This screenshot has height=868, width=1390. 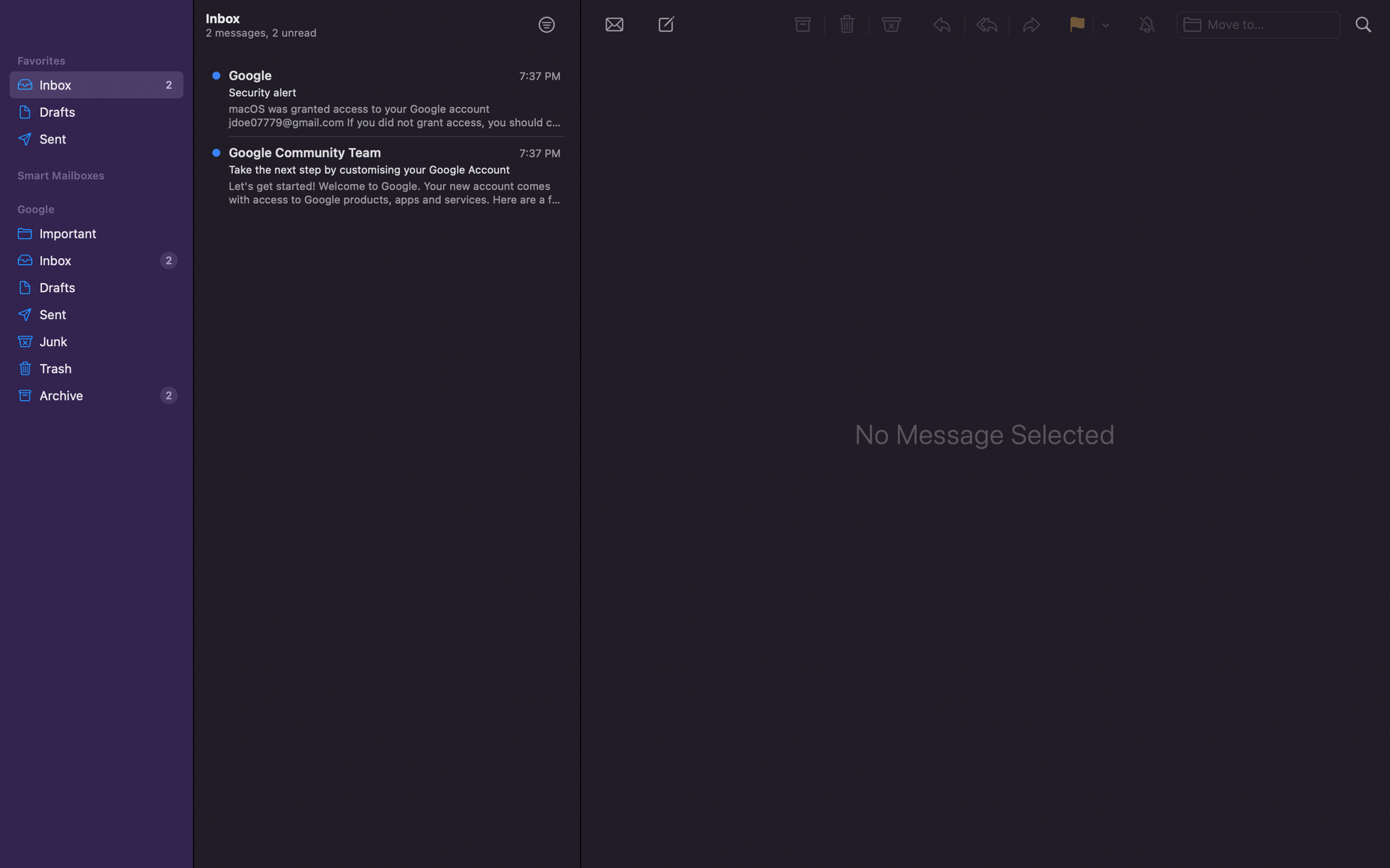 I want to click on Relocate the chosen email into the junk folder, so click(x=893, y=24).